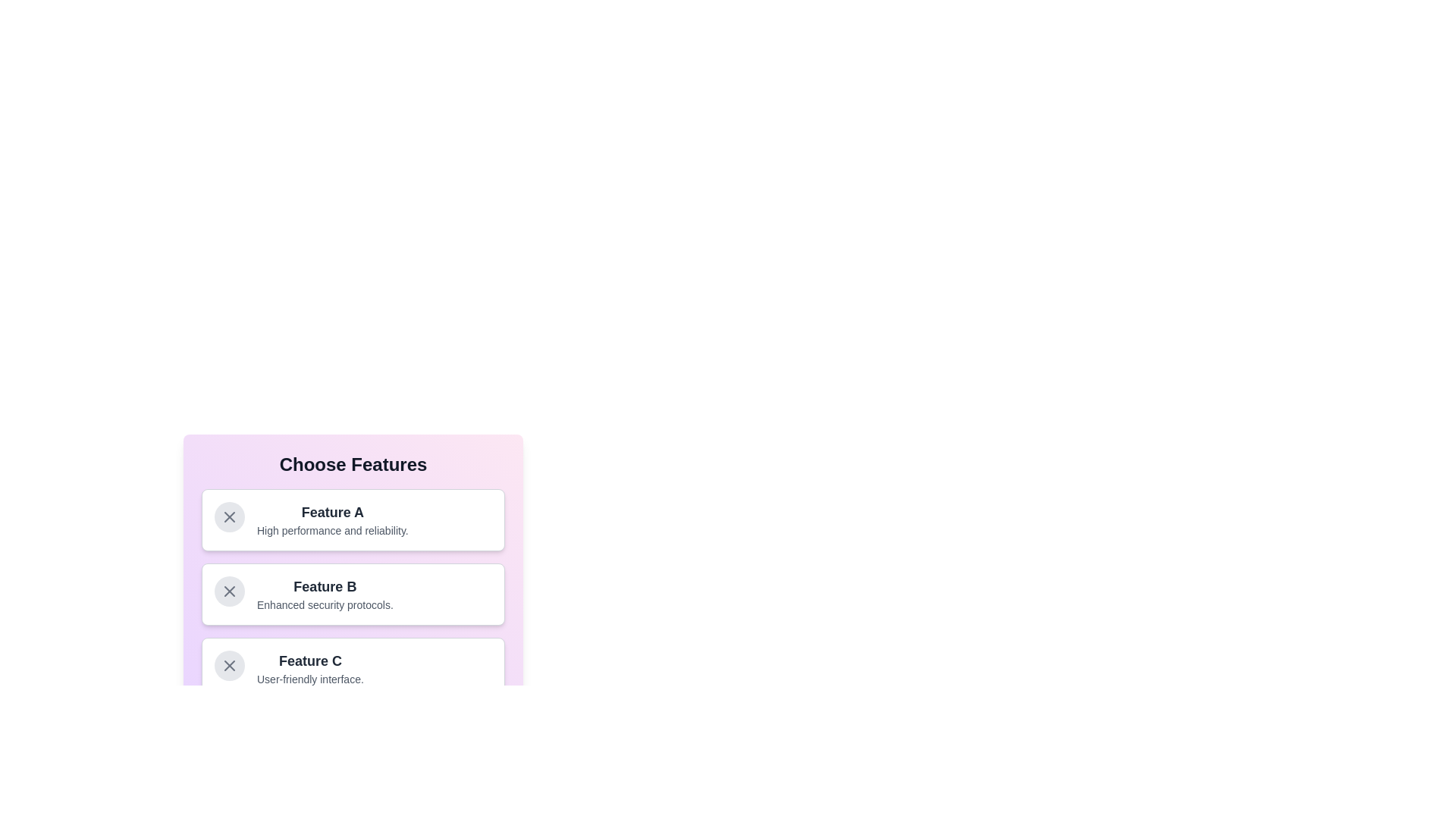 This screenshot has height=819, width=1456. I want to click on the icon button located to the left of 'Feature B' under the 'Choose Features' section, so click(228, 590).